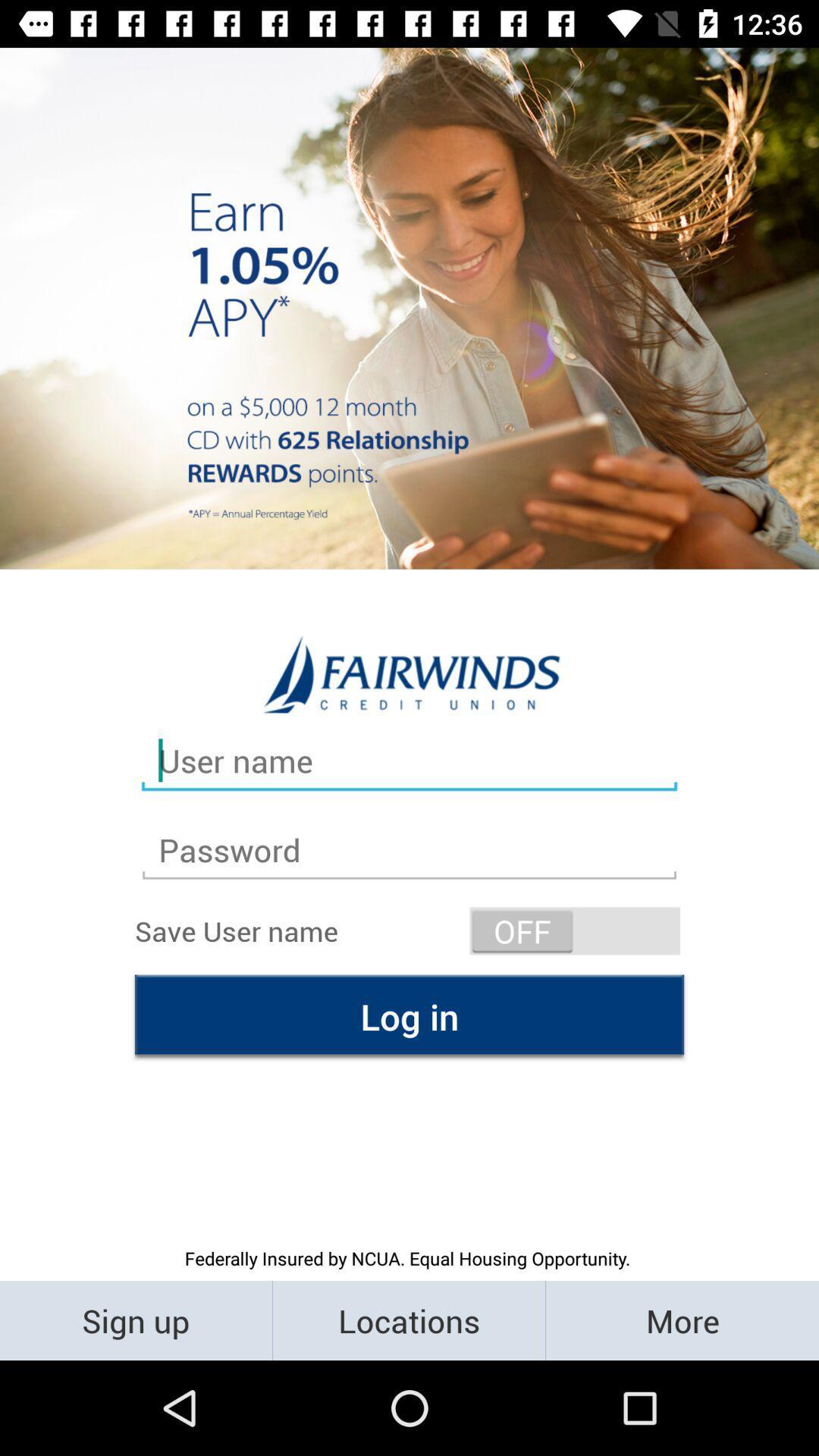  What do you see at coordinates (408, 1319) in the screenshot?
I see `the icon to the right of the sign up icon` at bounding box center [408, 1319].